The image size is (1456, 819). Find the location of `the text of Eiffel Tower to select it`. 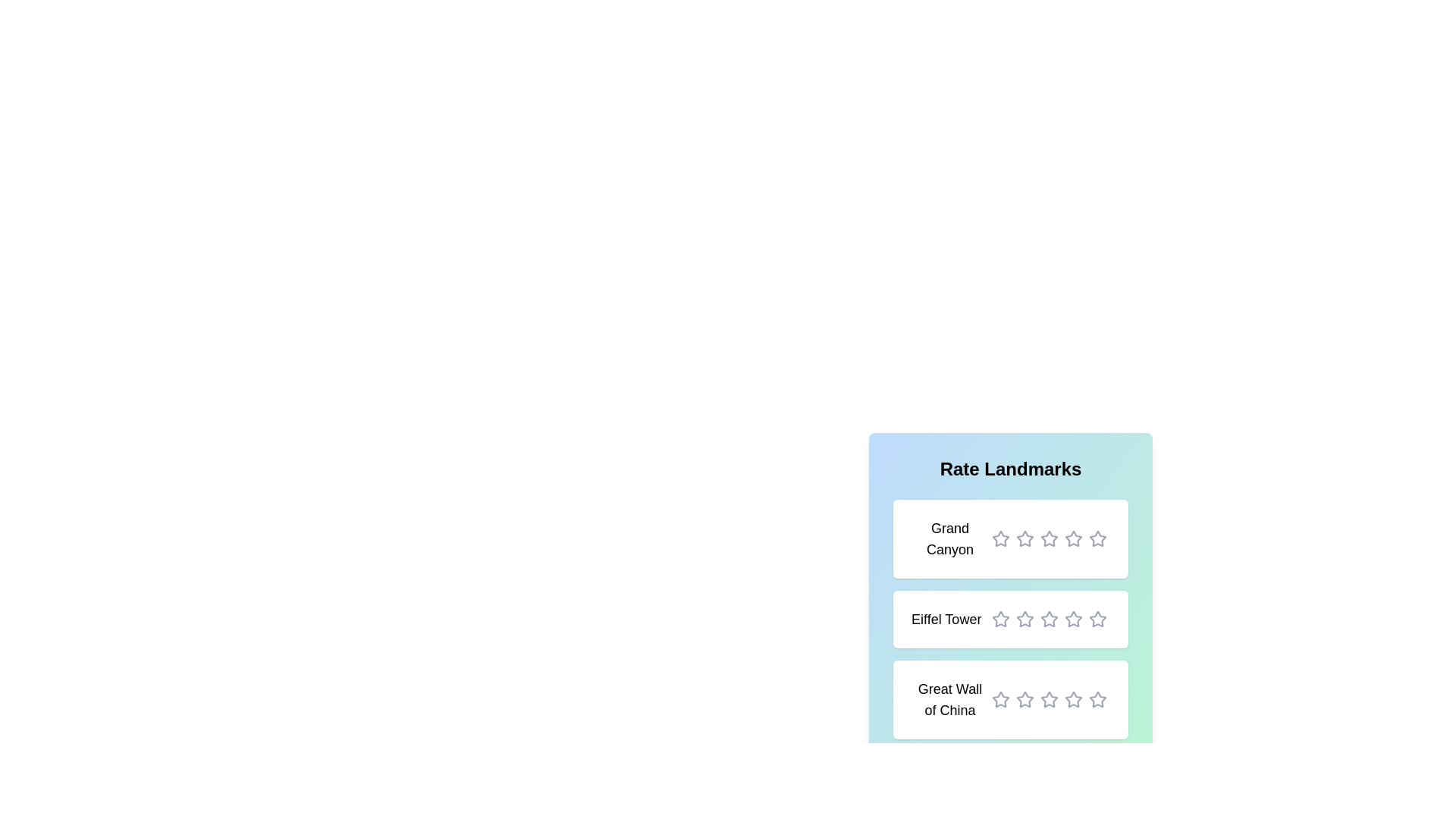

the text of Eiffel Tower to select it is located at coordinates (946, 620).